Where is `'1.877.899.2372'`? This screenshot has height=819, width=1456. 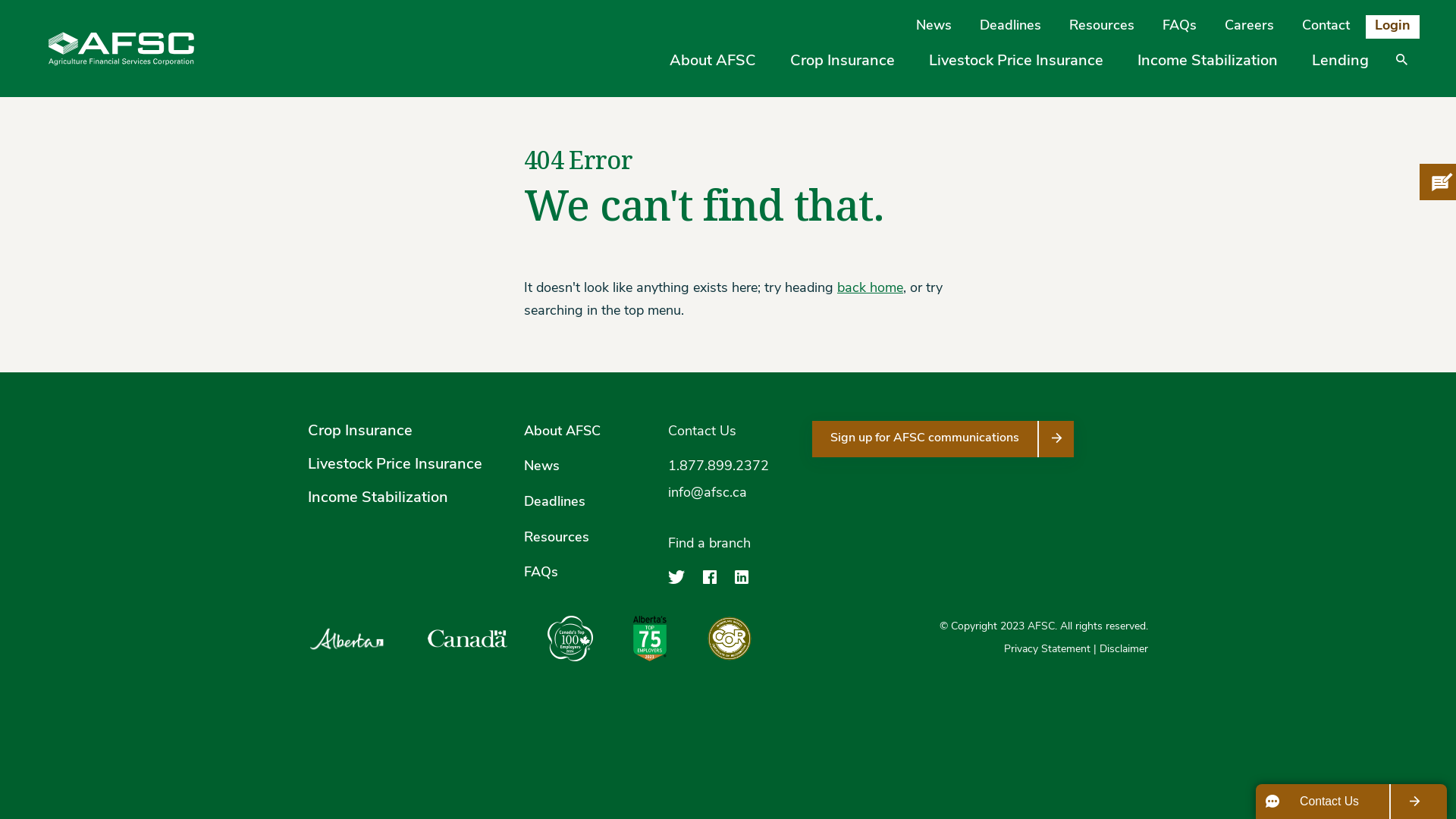 '1.877.899.2372' is located at coordinates (717, 466).